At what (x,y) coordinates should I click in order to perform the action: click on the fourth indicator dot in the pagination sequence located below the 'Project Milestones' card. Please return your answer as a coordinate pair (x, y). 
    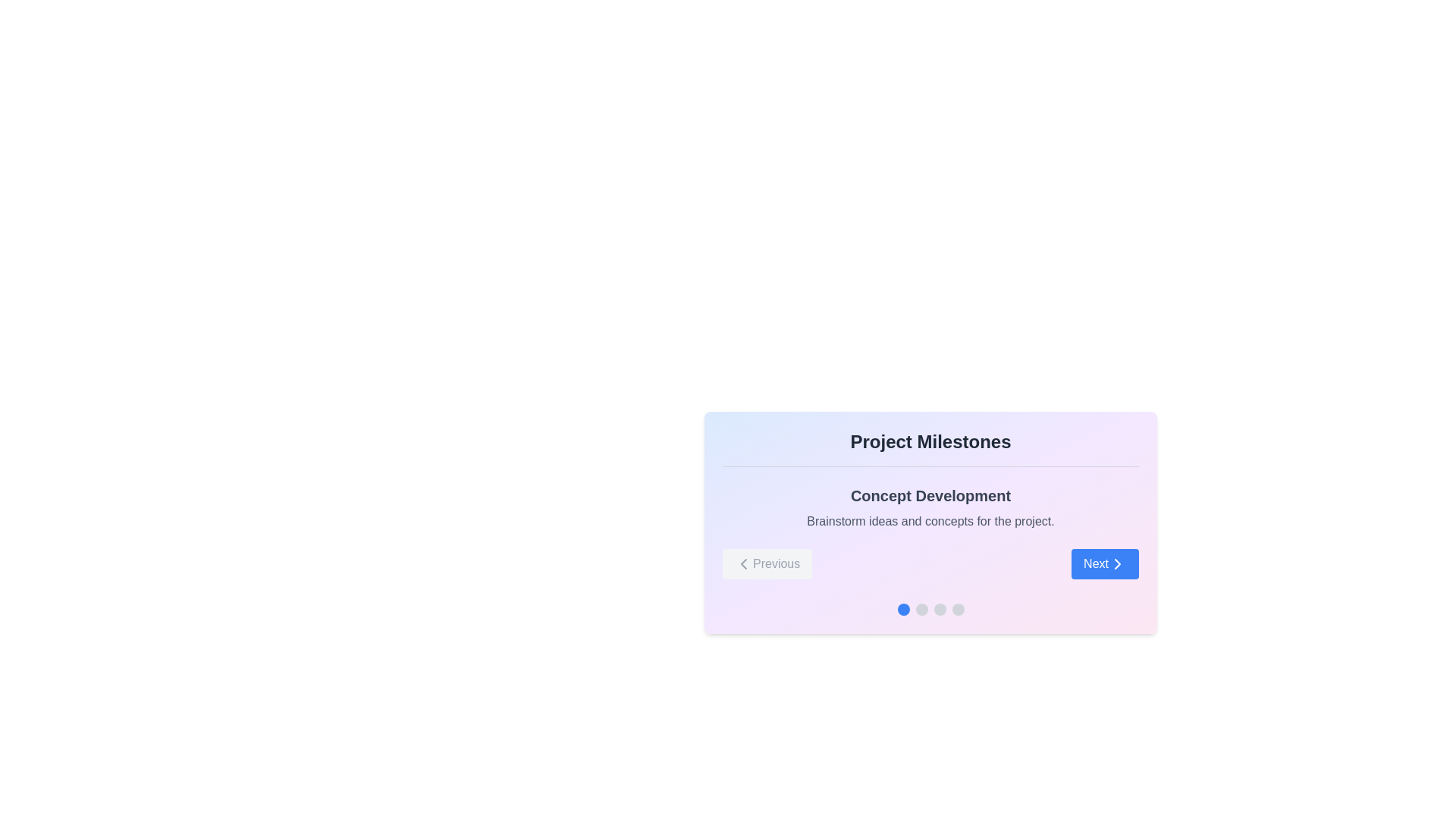
    Looking at the image, I should click on (957, 608).